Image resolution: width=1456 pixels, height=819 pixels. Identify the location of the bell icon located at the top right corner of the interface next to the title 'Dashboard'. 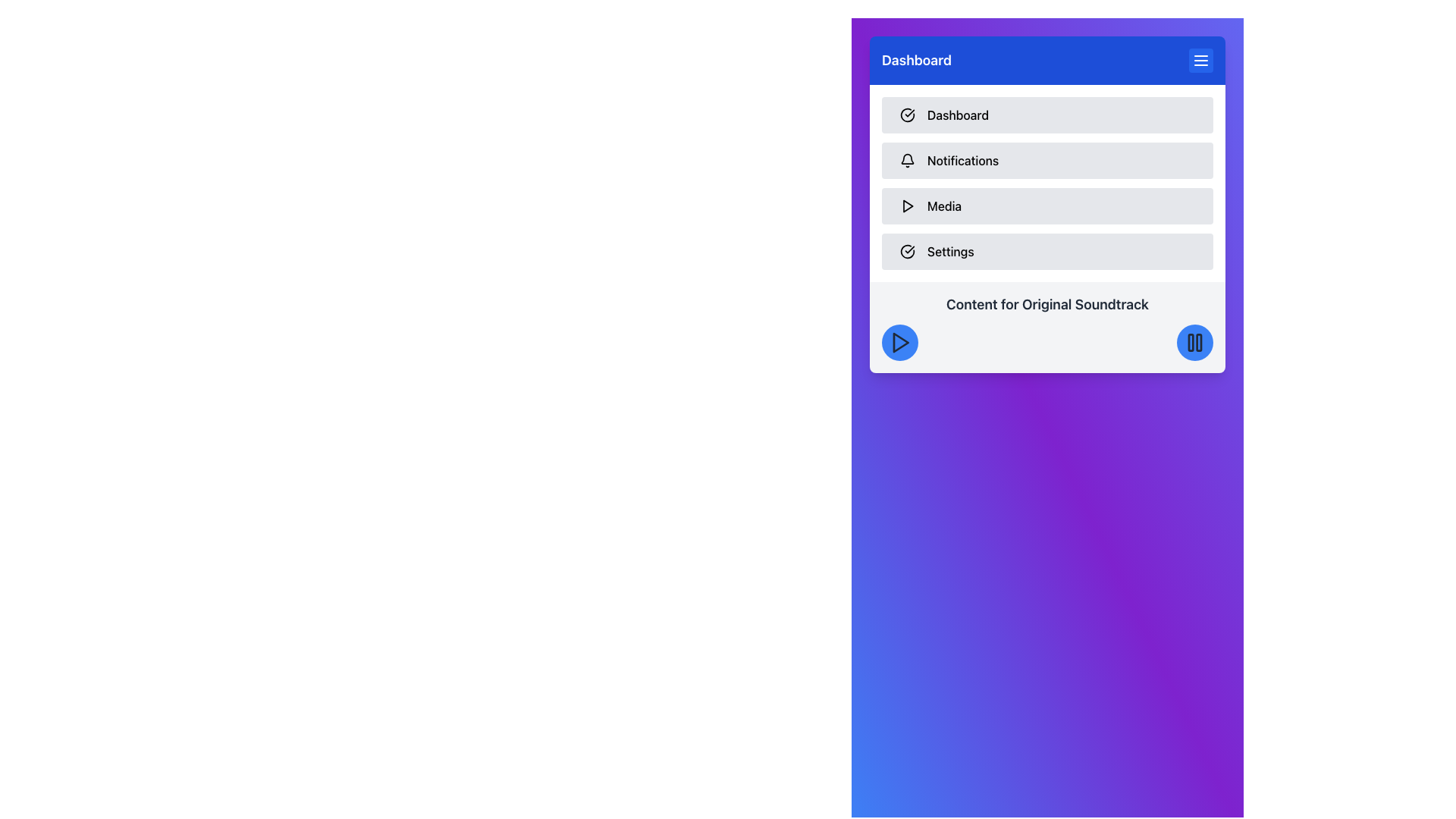
(907, 158).